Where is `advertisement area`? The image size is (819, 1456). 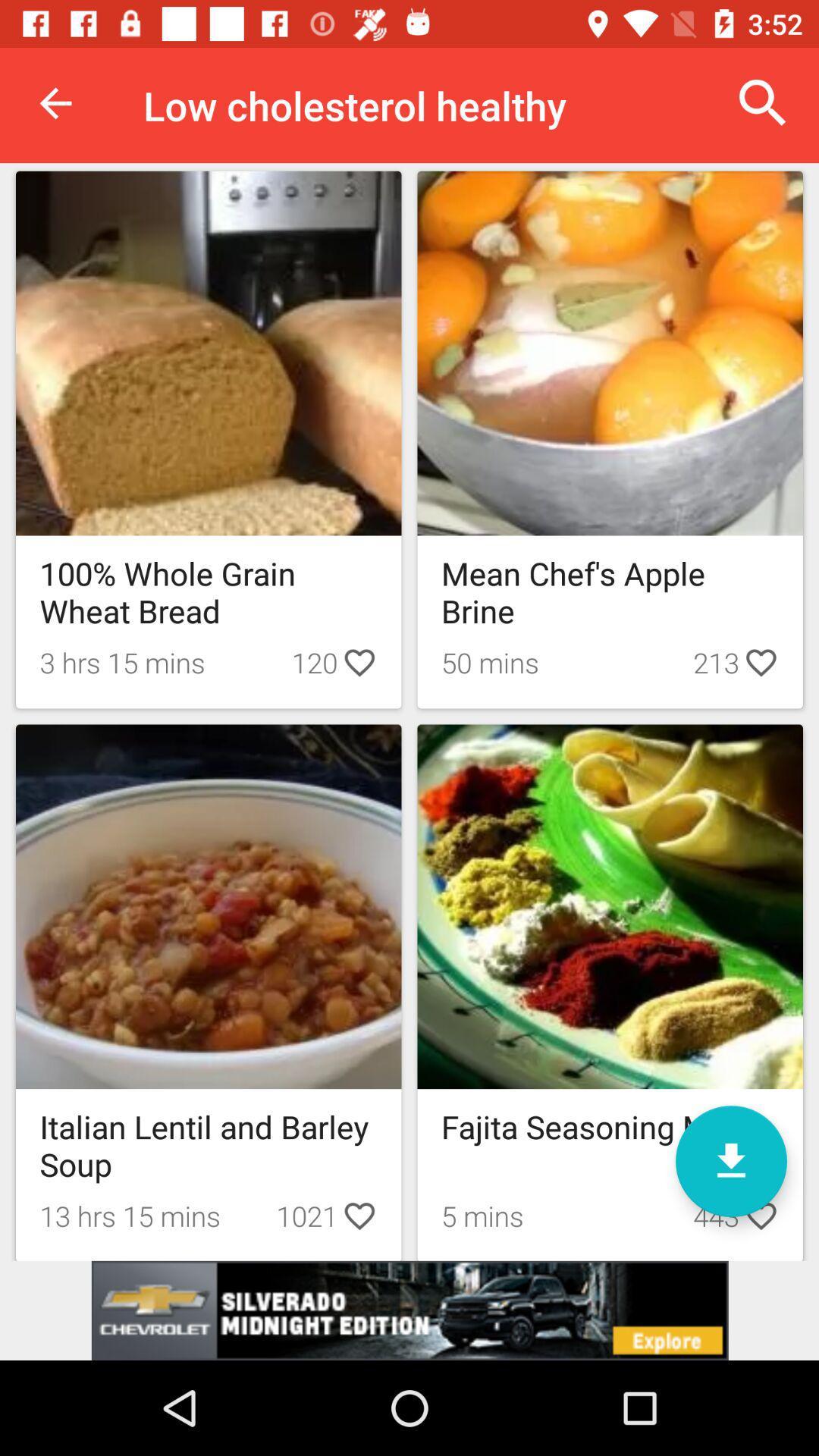
advertisement area is located at coordinates (409, 1310).